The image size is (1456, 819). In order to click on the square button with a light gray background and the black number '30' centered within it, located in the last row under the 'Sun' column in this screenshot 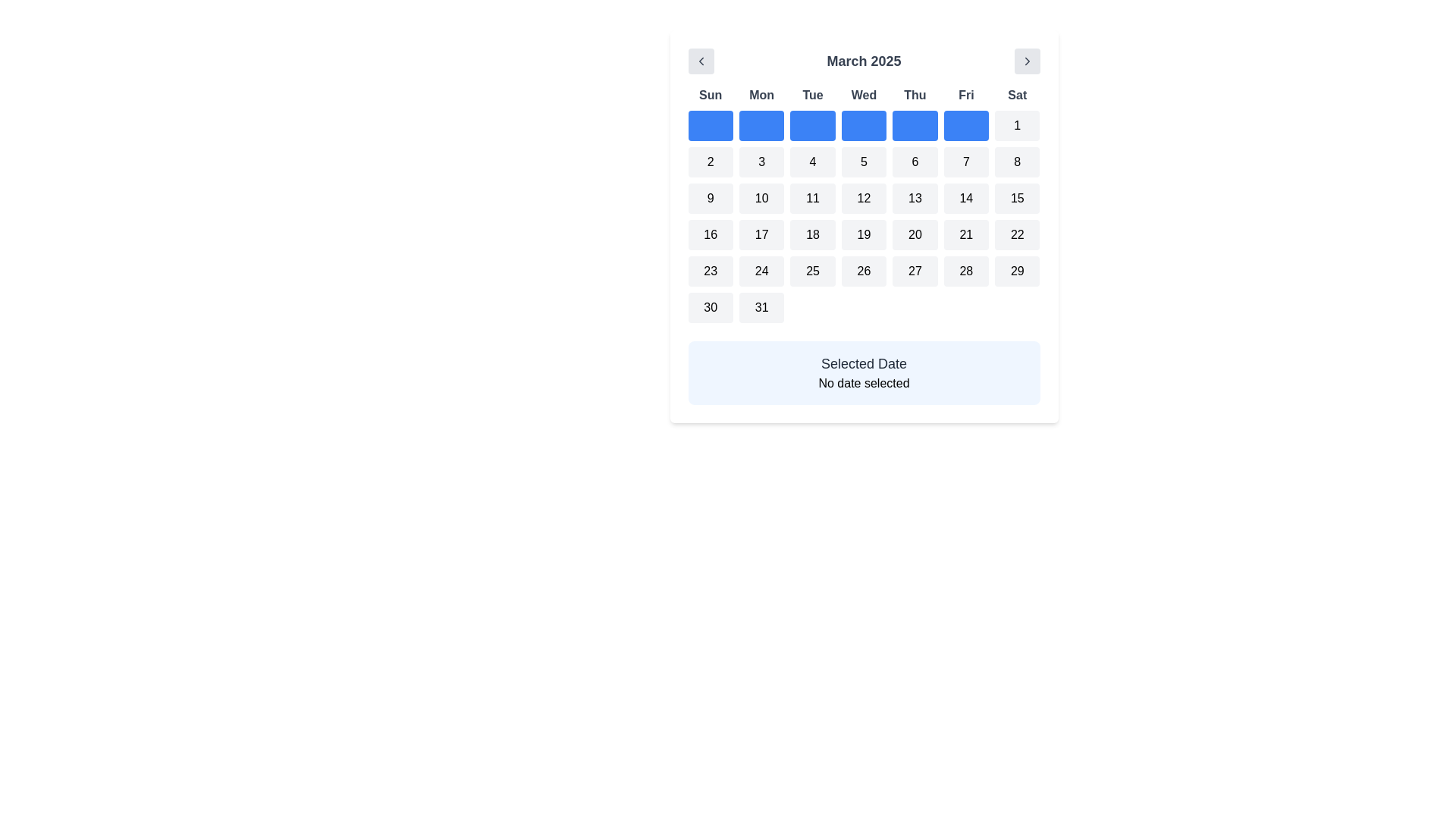, I will do `click(710, 307)`.